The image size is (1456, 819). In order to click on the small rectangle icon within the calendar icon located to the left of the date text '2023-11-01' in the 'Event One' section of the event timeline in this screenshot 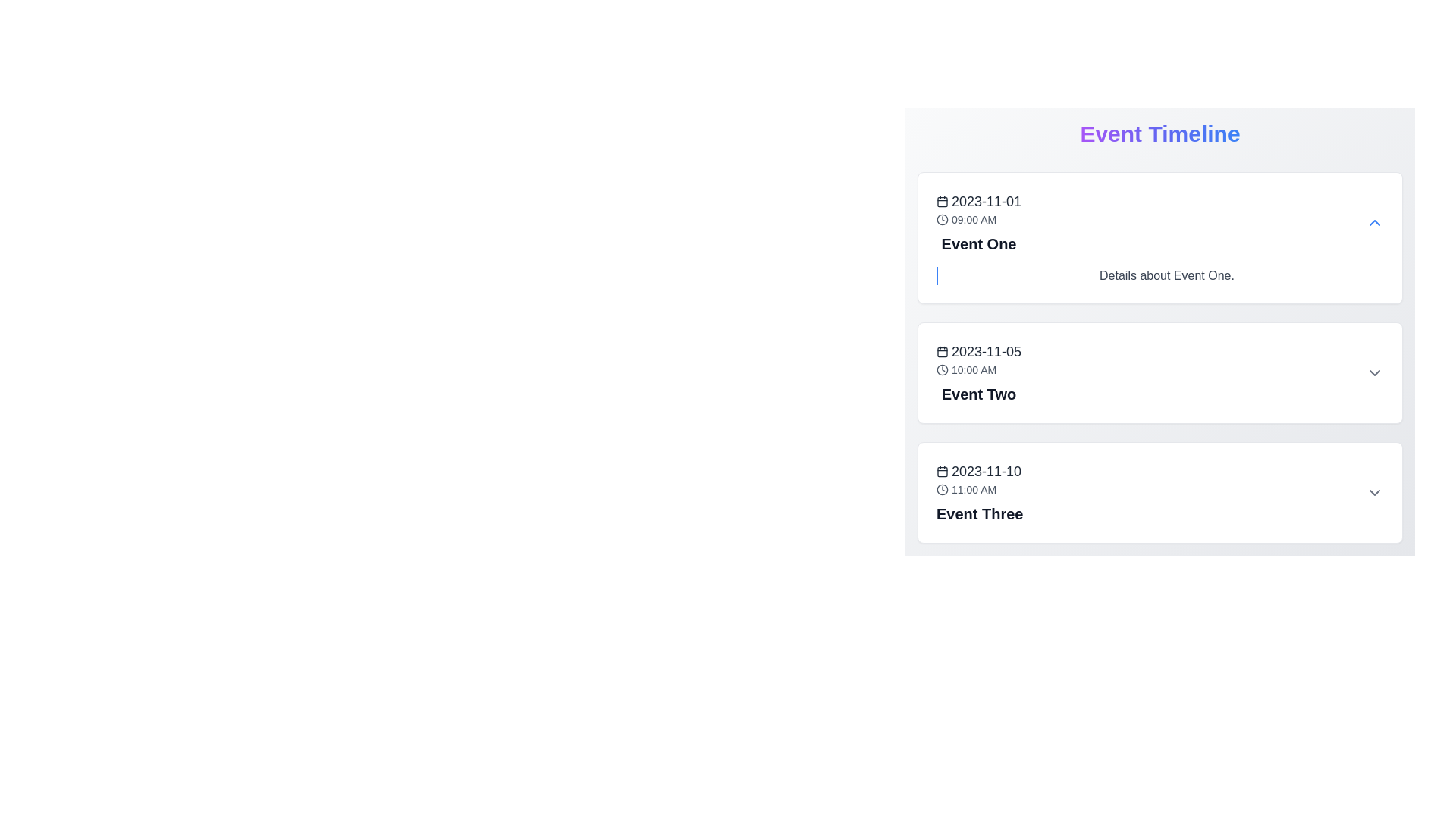, I will do `click(942, 201)`.